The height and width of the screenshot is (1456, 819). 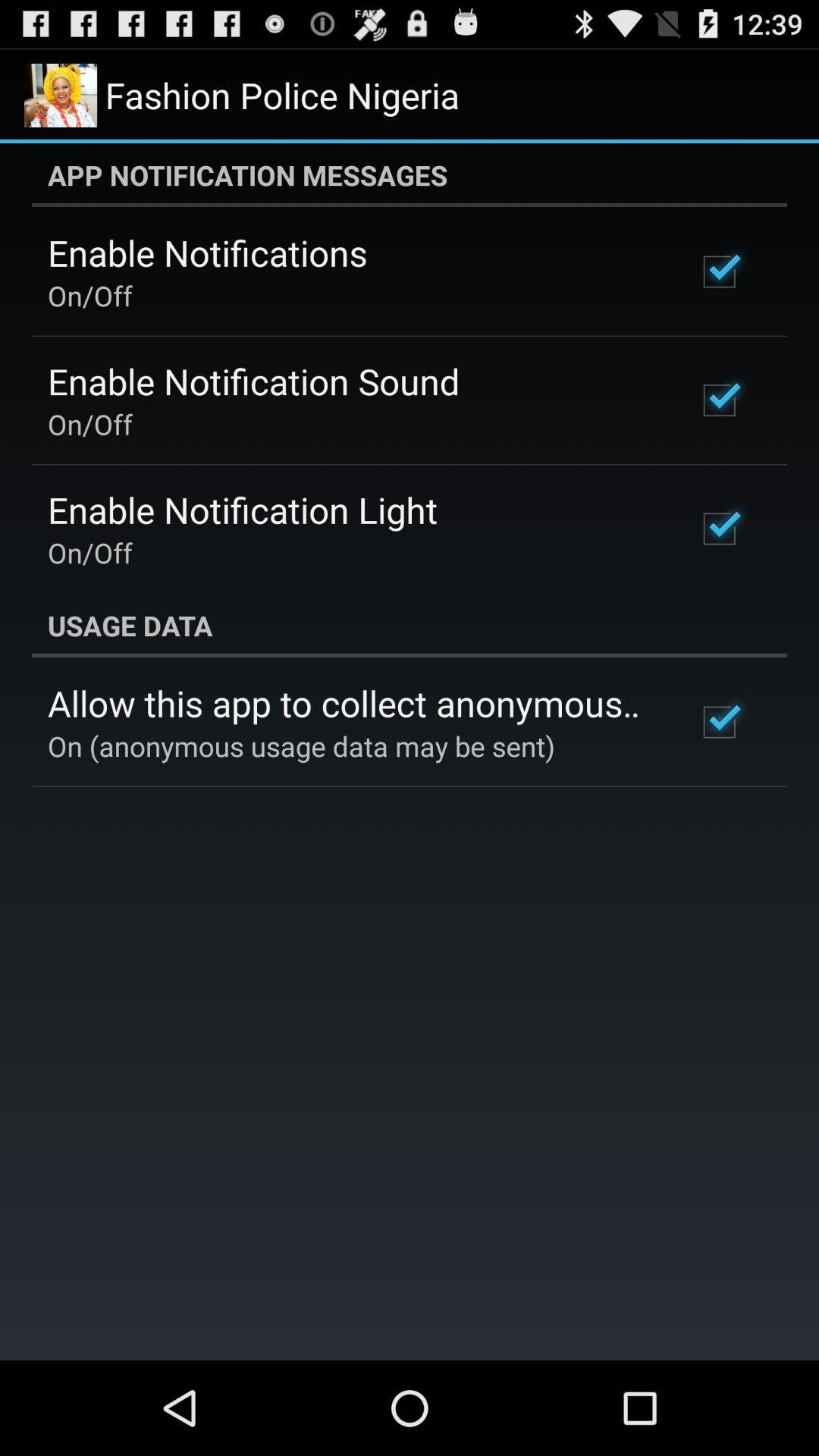 What do you see at coordinates (207, 253) in the screenshot?
I see `the icon above on/off app` at bounding box center [207, 253].